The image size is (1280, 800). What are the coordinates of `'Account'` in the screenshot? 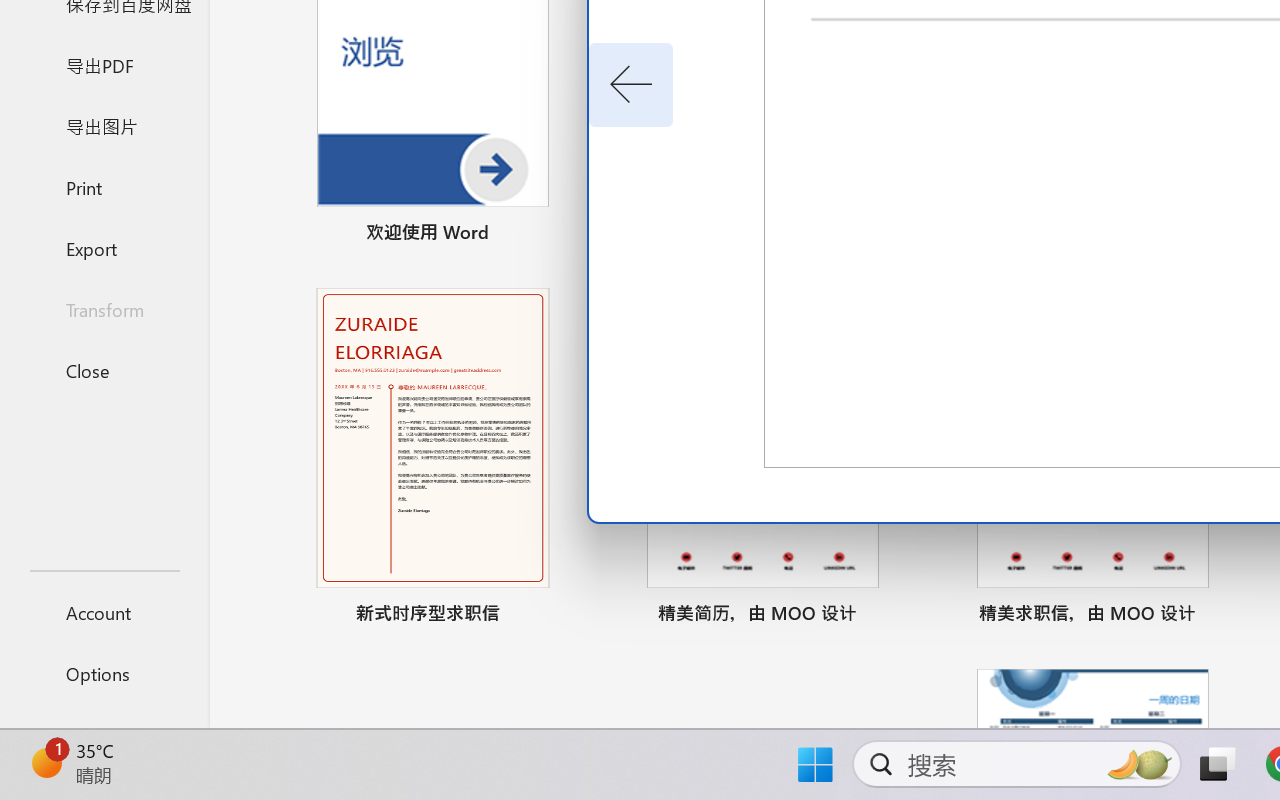 It's located at (103, 612).